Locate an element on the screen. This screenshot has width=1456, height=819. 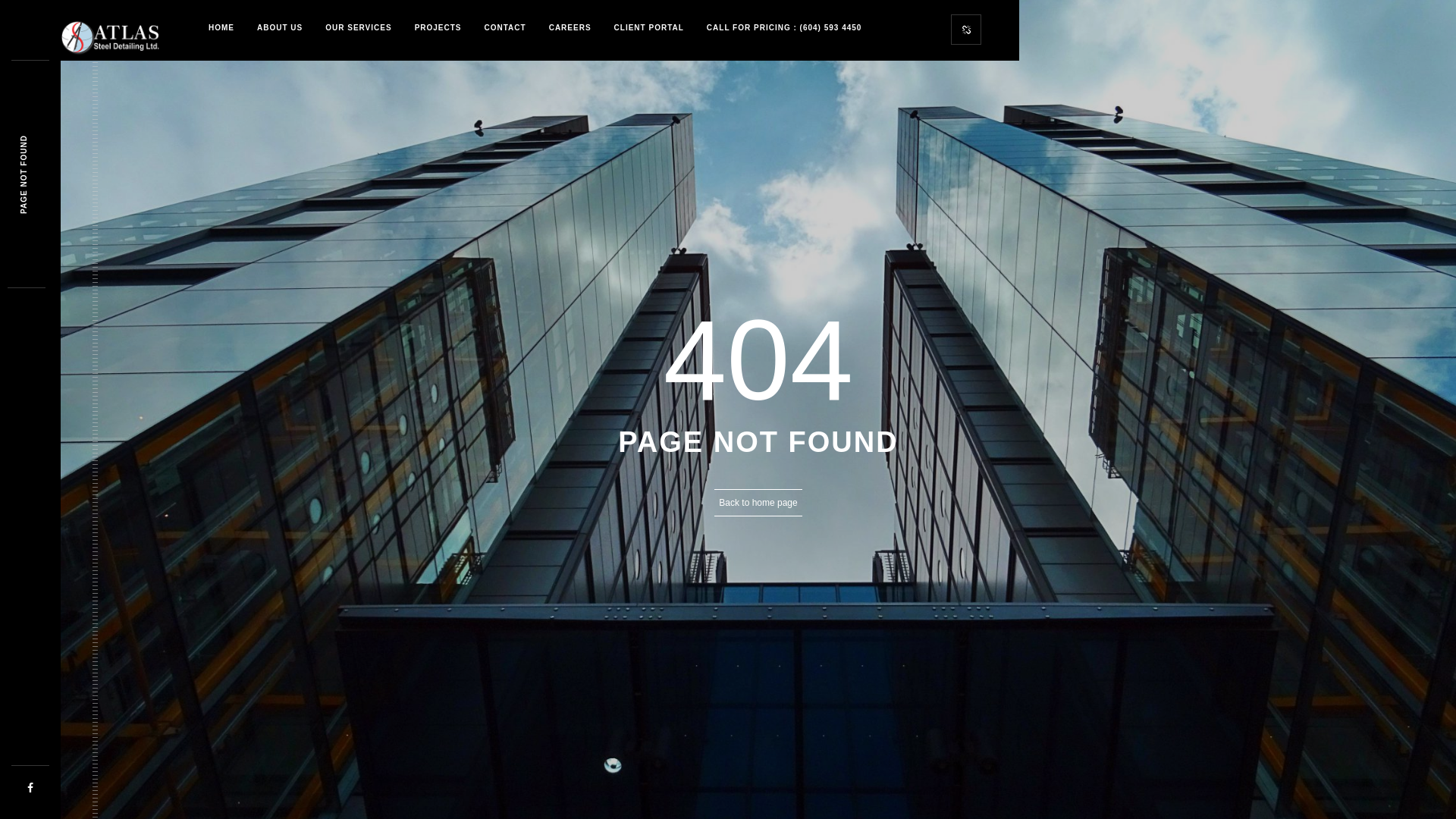
'Back to home page' is located at coordinates (758, 503).